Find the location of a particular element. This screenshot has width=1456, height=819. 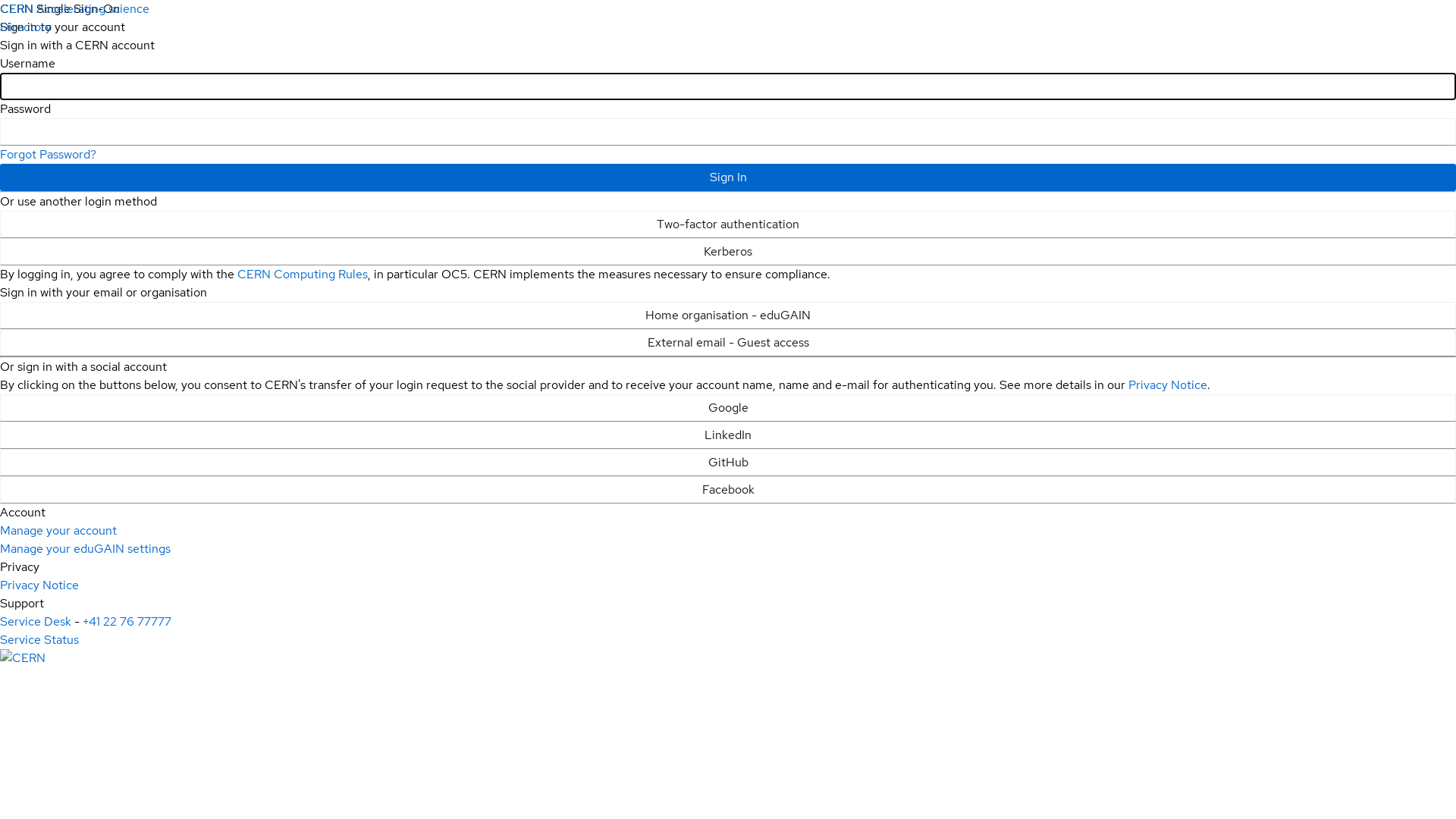

'Directory' is located at coordinates (0, 27).